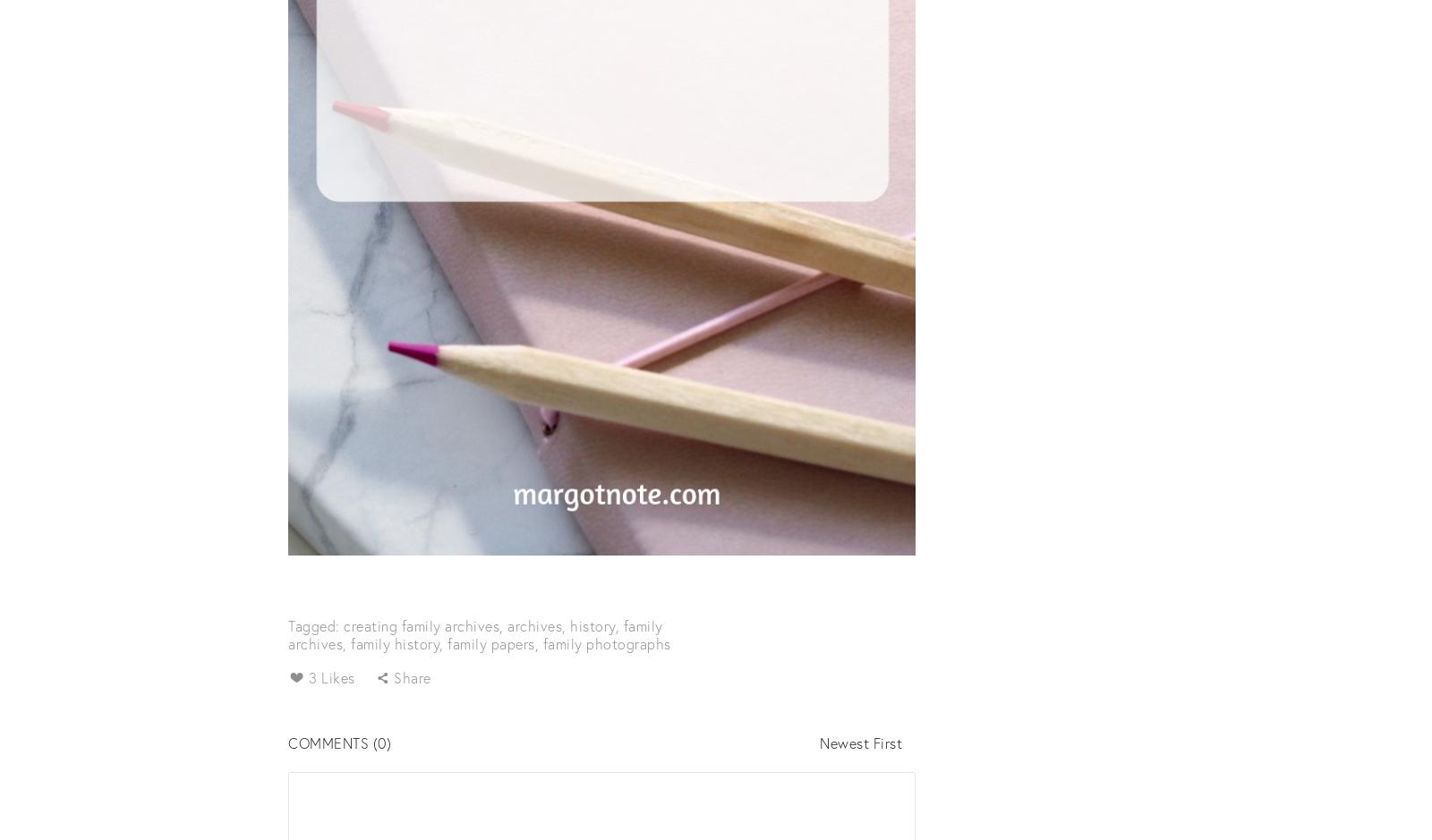 This screenshot has height=840, width=1432. Describe the element at coordinates (507, 624) in the screenshot. I see `'archives'` at that location.